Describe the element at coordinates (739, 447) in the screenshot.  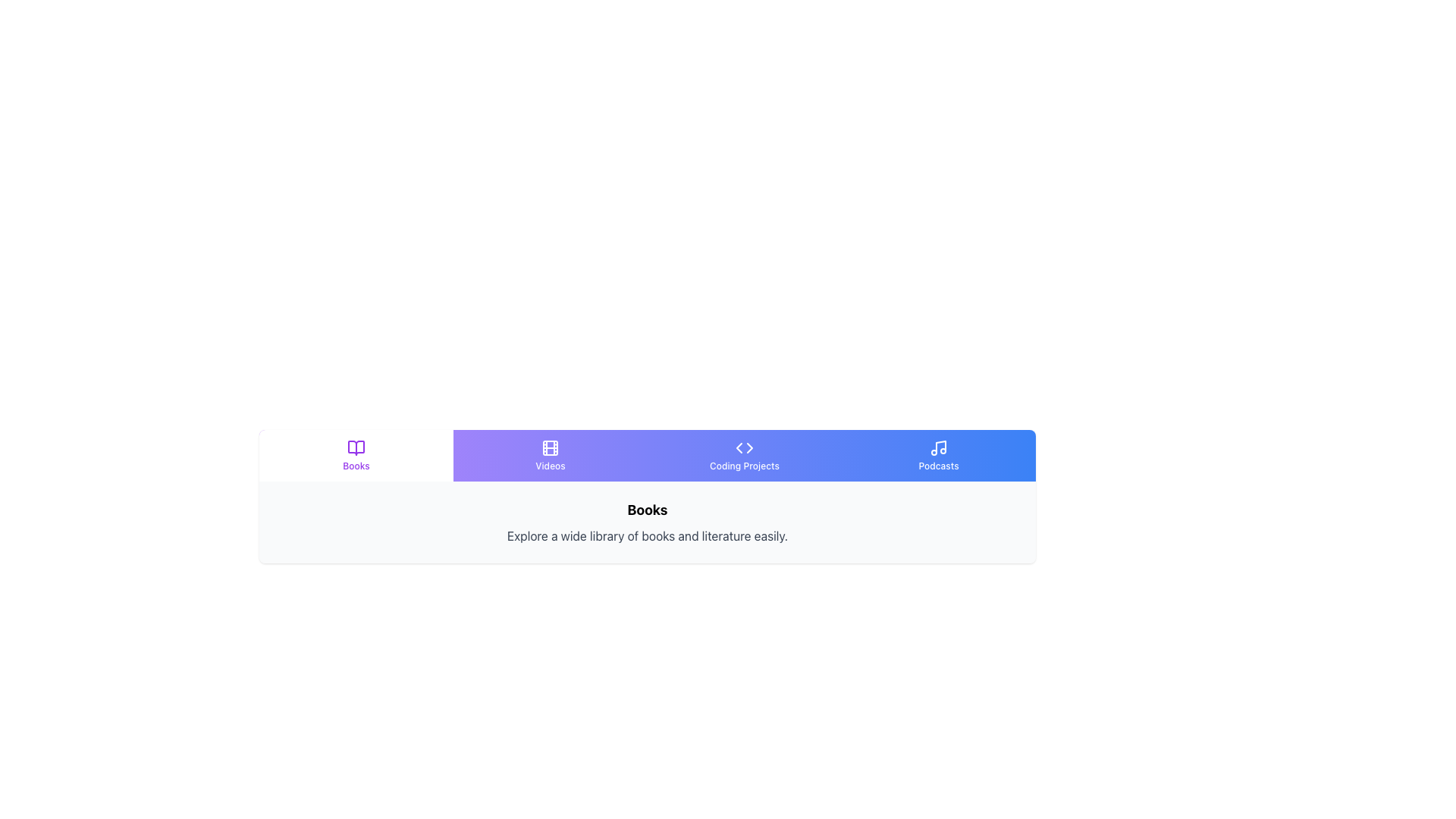
I see `the left triangular shape of the dual-arrow icon located in the central tab labeled 'Coding Projects'` at that location.